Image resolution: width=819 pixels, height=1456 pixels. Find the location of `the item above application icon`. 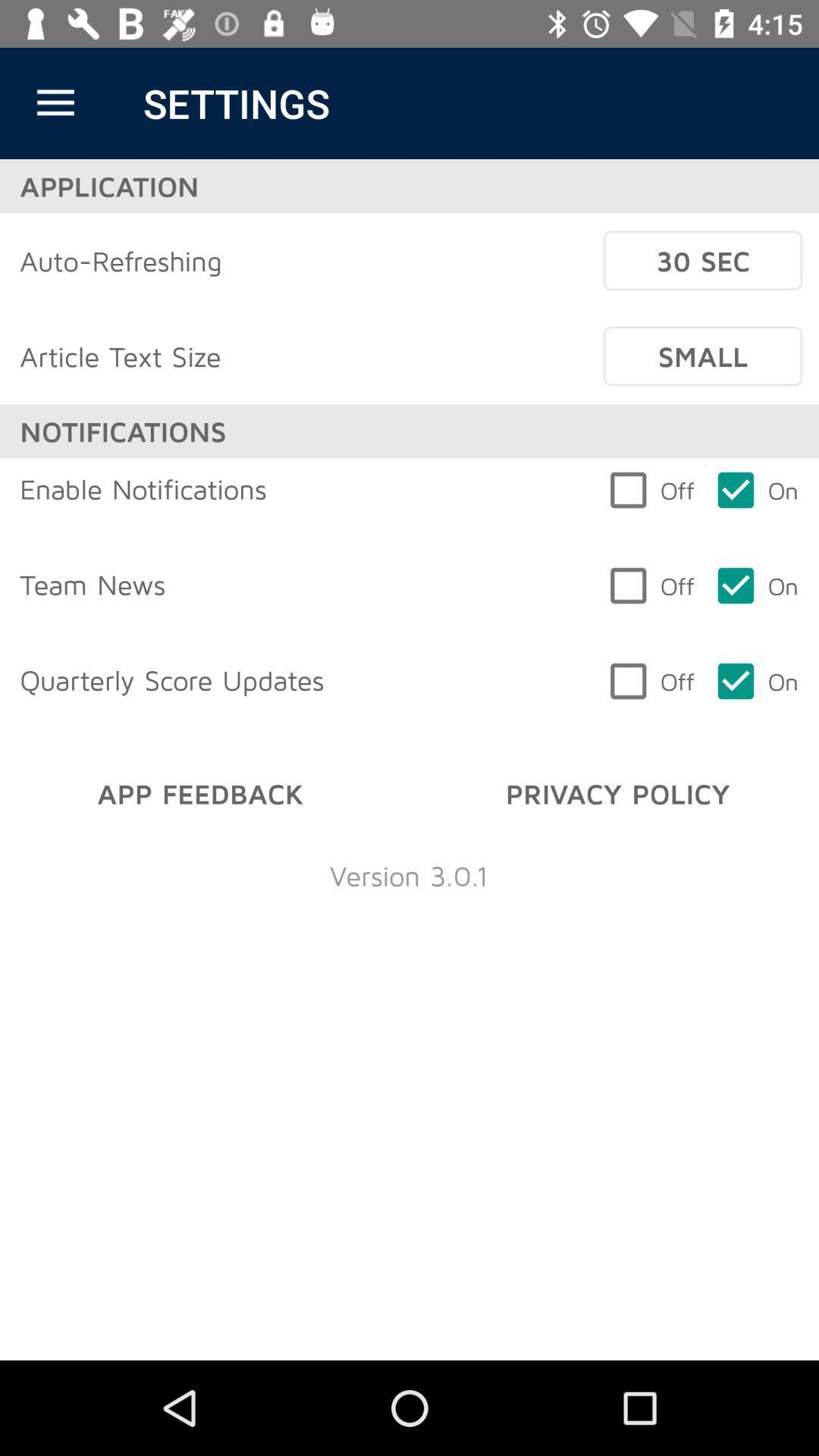

the item above application icon is located at coordinates (55, 102).